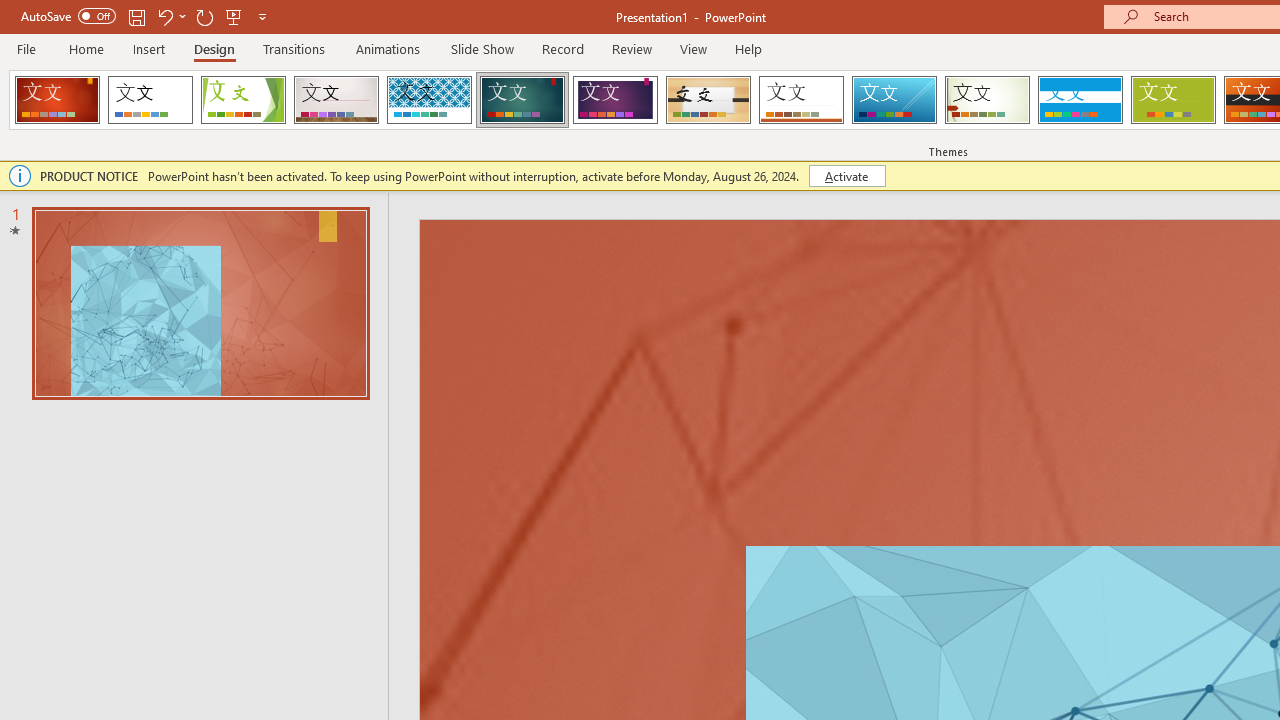  I want to click on 'Wisp', so click(987, 100).